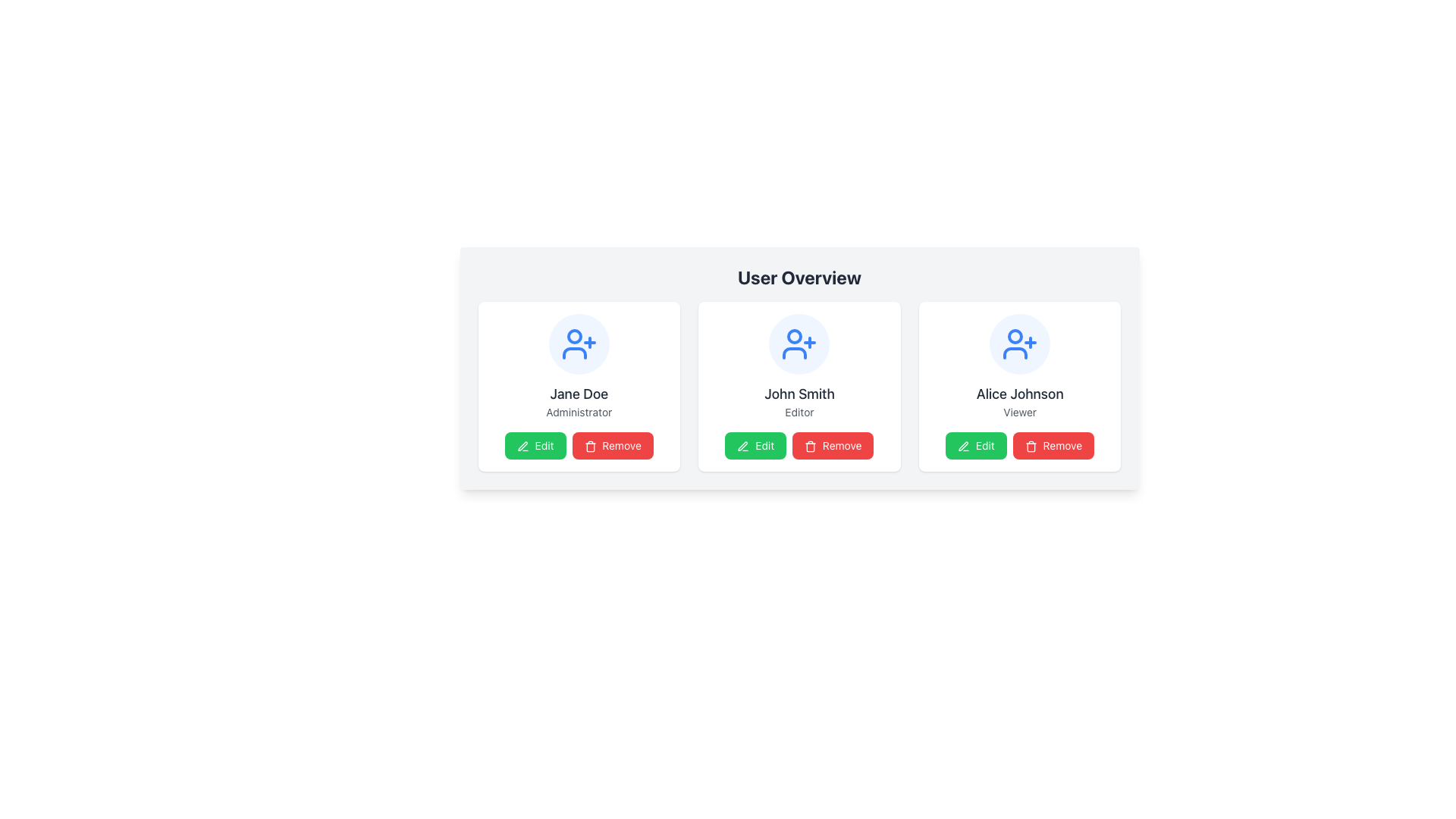  Describe the element at coordinates (962, 444) in the screenshot. I see `the 'Edit' button associated with the user profile of 'Alice Johnson'` at that location.